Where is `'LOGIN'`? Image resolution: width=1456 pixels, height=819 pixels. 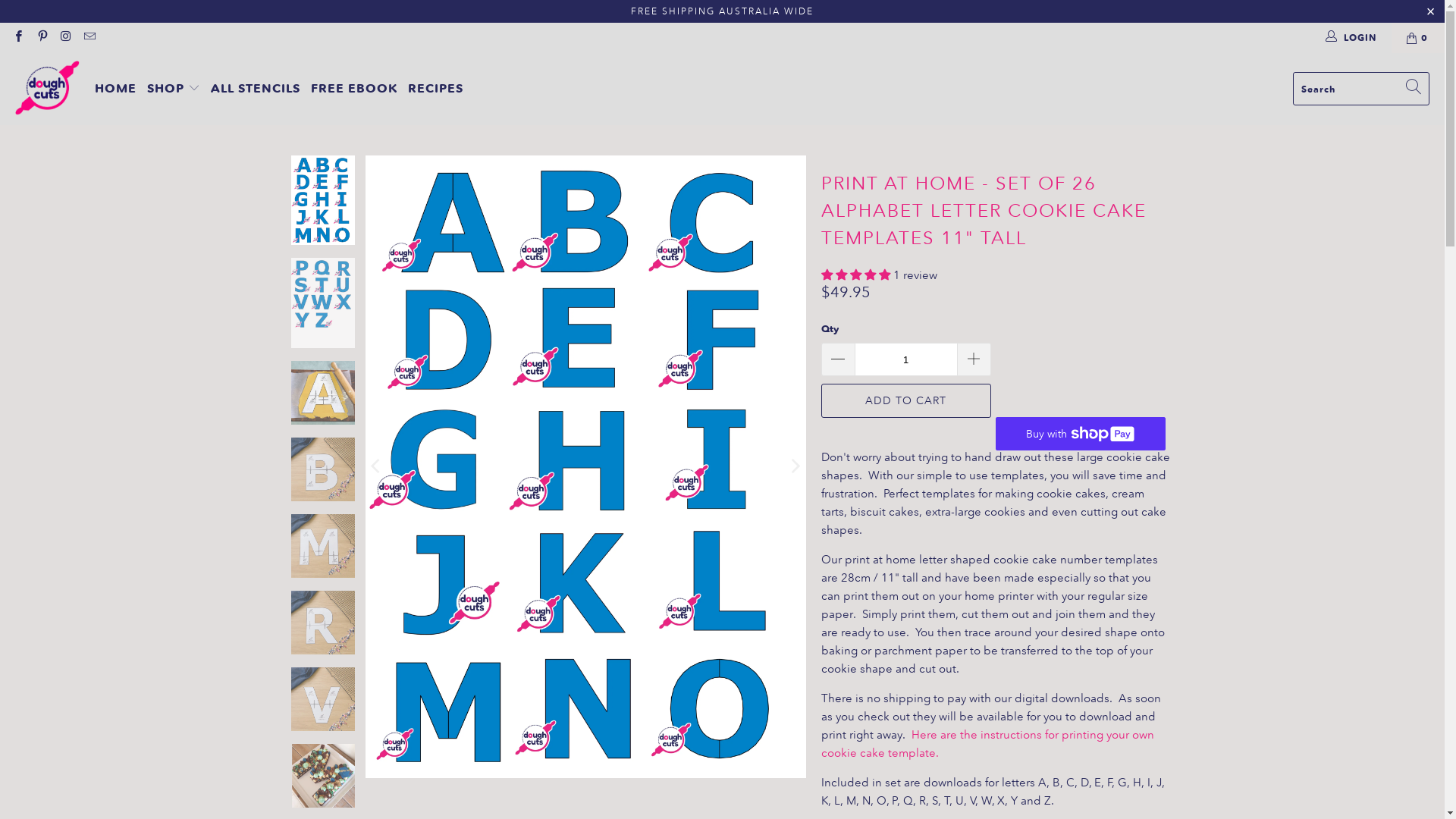
'LOGIN' is located at coordinates (1351, 37).